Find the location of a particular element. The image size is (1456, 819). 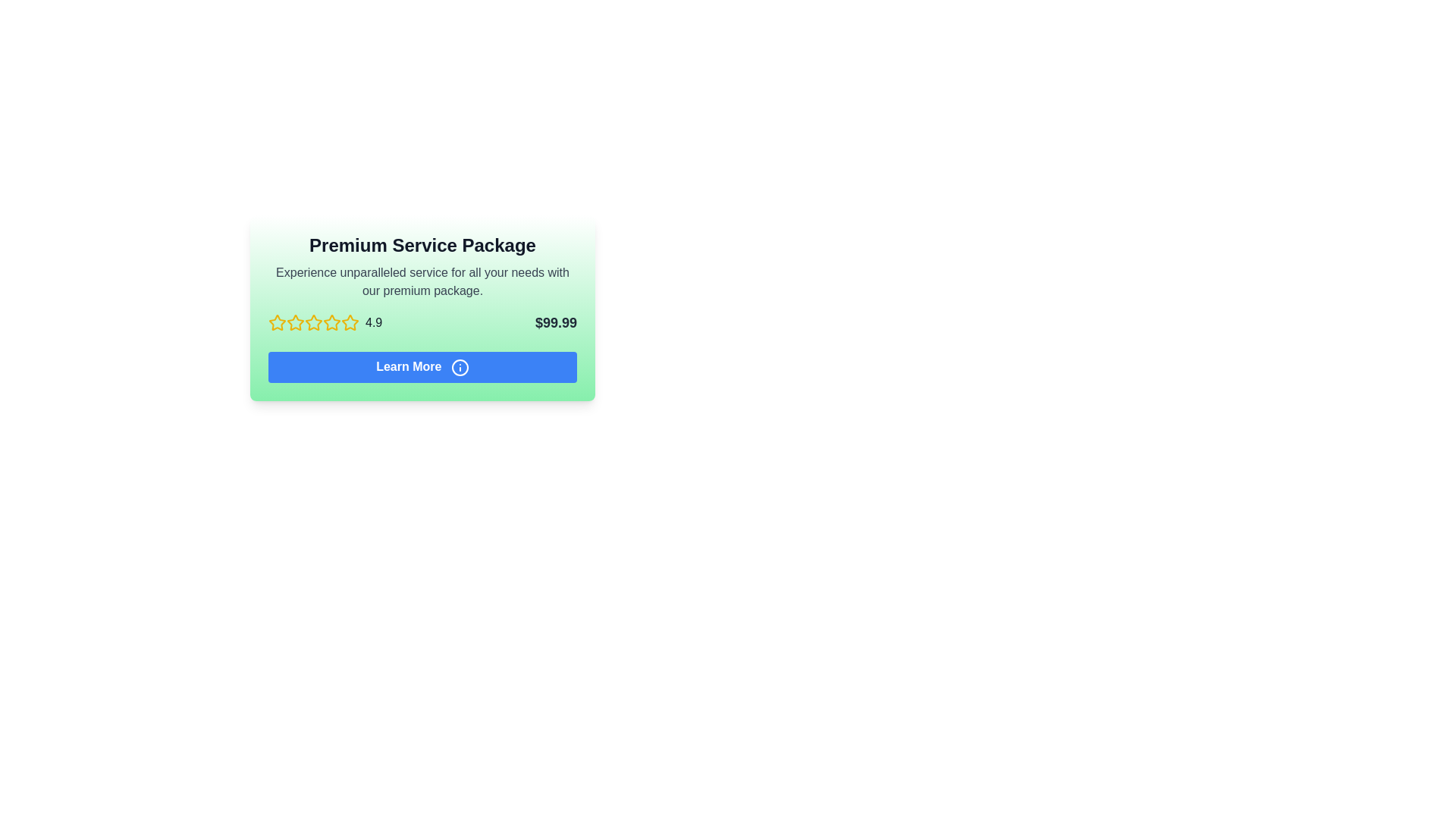

the fourth star icon in the five-star rating system below the 'Premium Service Package' heading to indicate the rating level is located at coordinates (312, 322).